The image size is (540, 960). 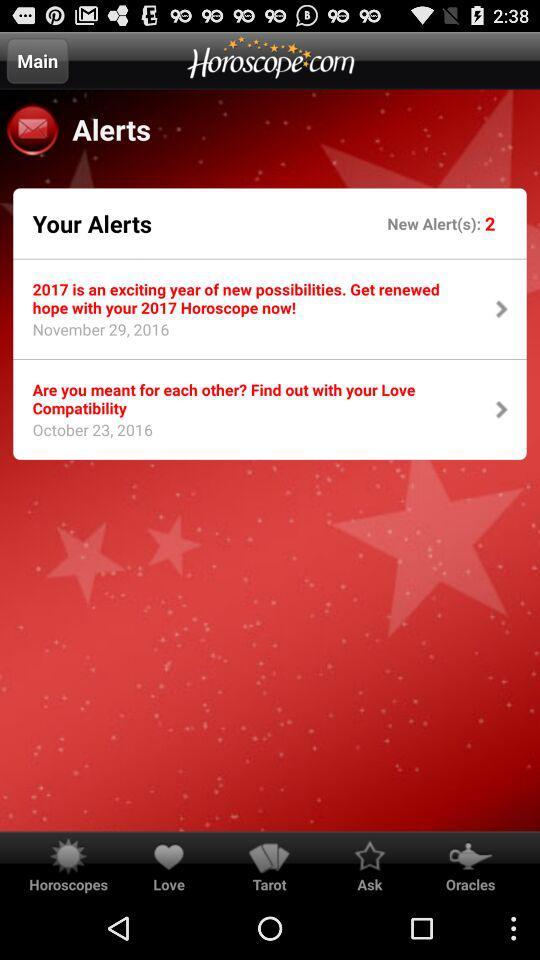 What do you see at coordinates (435, 223) in the screenshot?
I see `item to the right of the your alerts icon` at bounding box center [435, 223].